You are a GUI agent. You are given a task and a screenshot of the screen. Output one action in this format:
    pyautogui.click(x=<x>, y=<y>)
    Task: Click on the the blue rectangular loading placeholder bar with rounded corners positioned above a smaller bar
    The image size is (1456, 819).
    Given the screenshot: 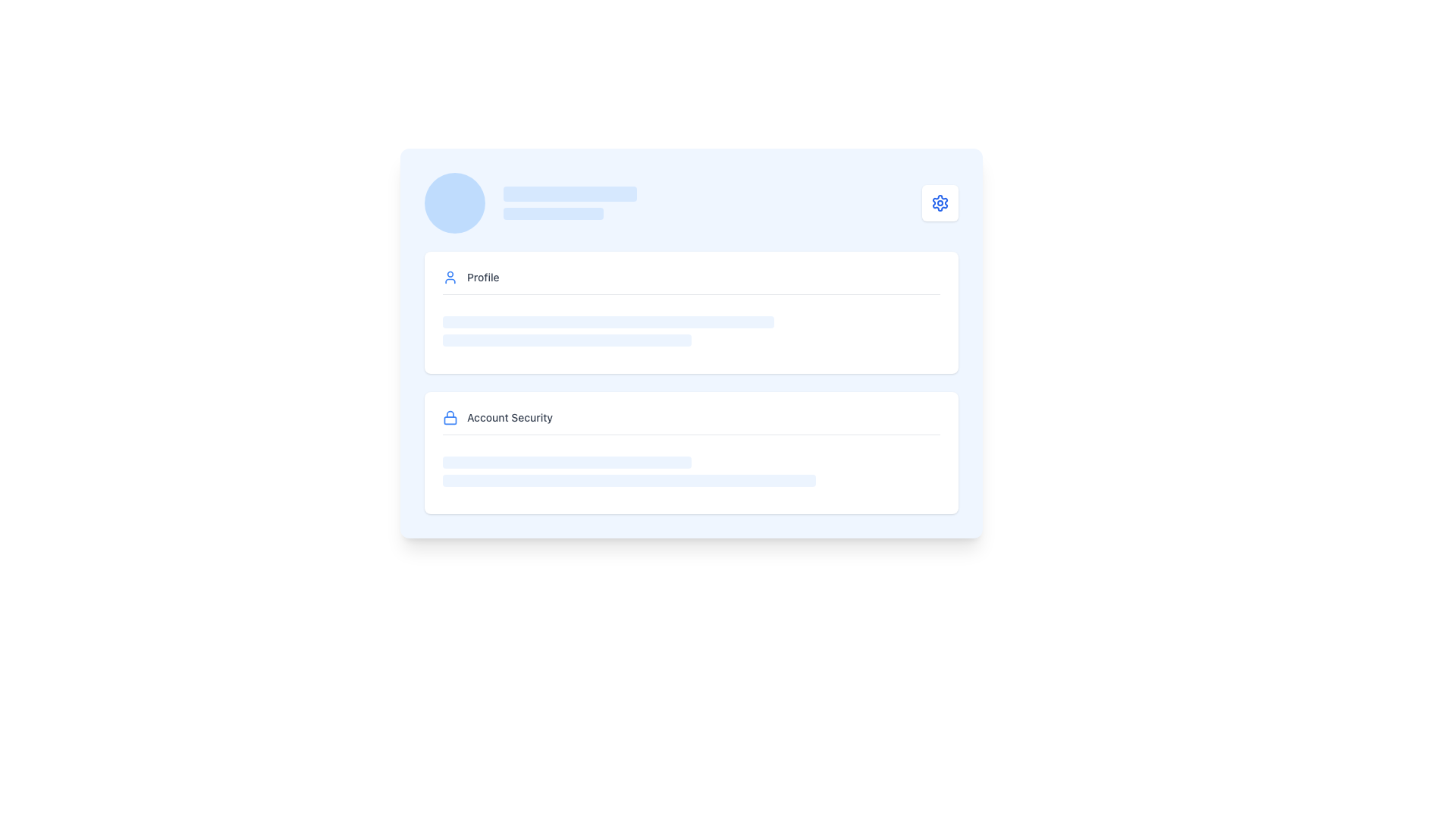 What is the action you would take?
    pyautogui.click(x=570, y=193)
    